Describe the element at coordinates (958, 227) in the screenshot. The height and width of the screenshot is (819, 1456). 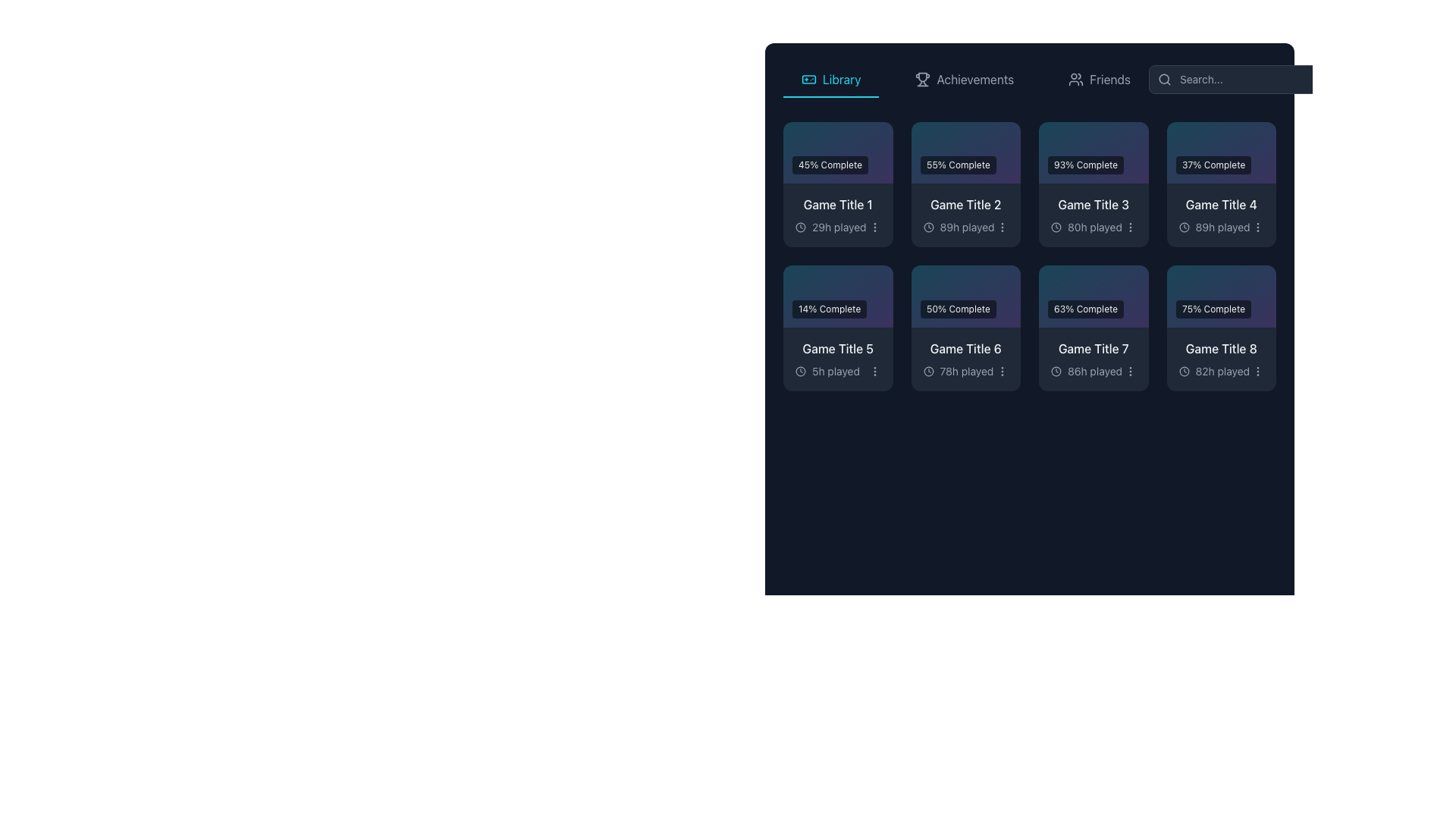
I see `the text displaying the total hours played for 'Game Title 2', located in the second card of the first row of the grid layout` at that location.